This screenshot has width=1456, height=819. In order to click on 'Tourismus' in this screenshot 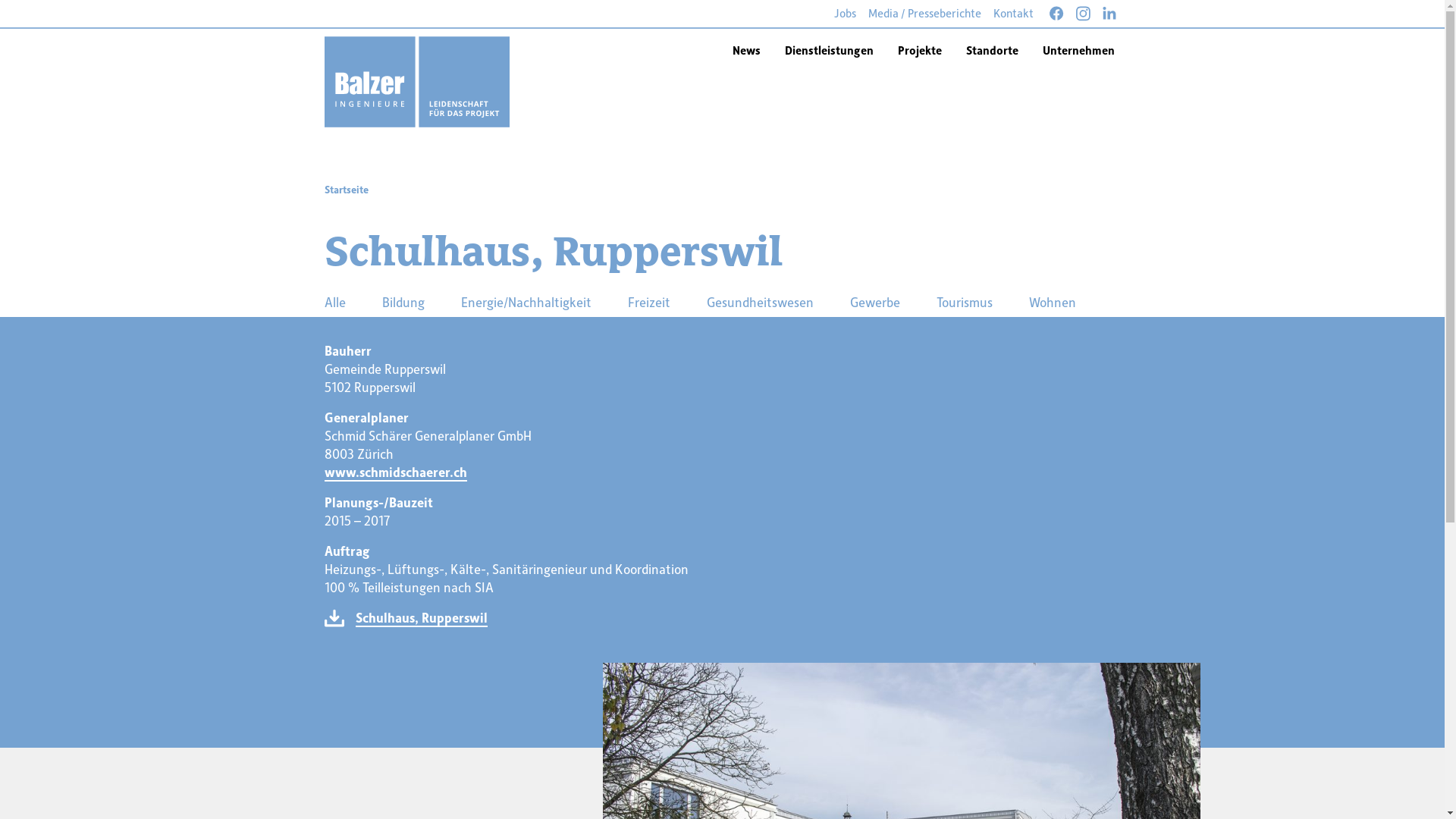, I will do `click(963, 301)`.